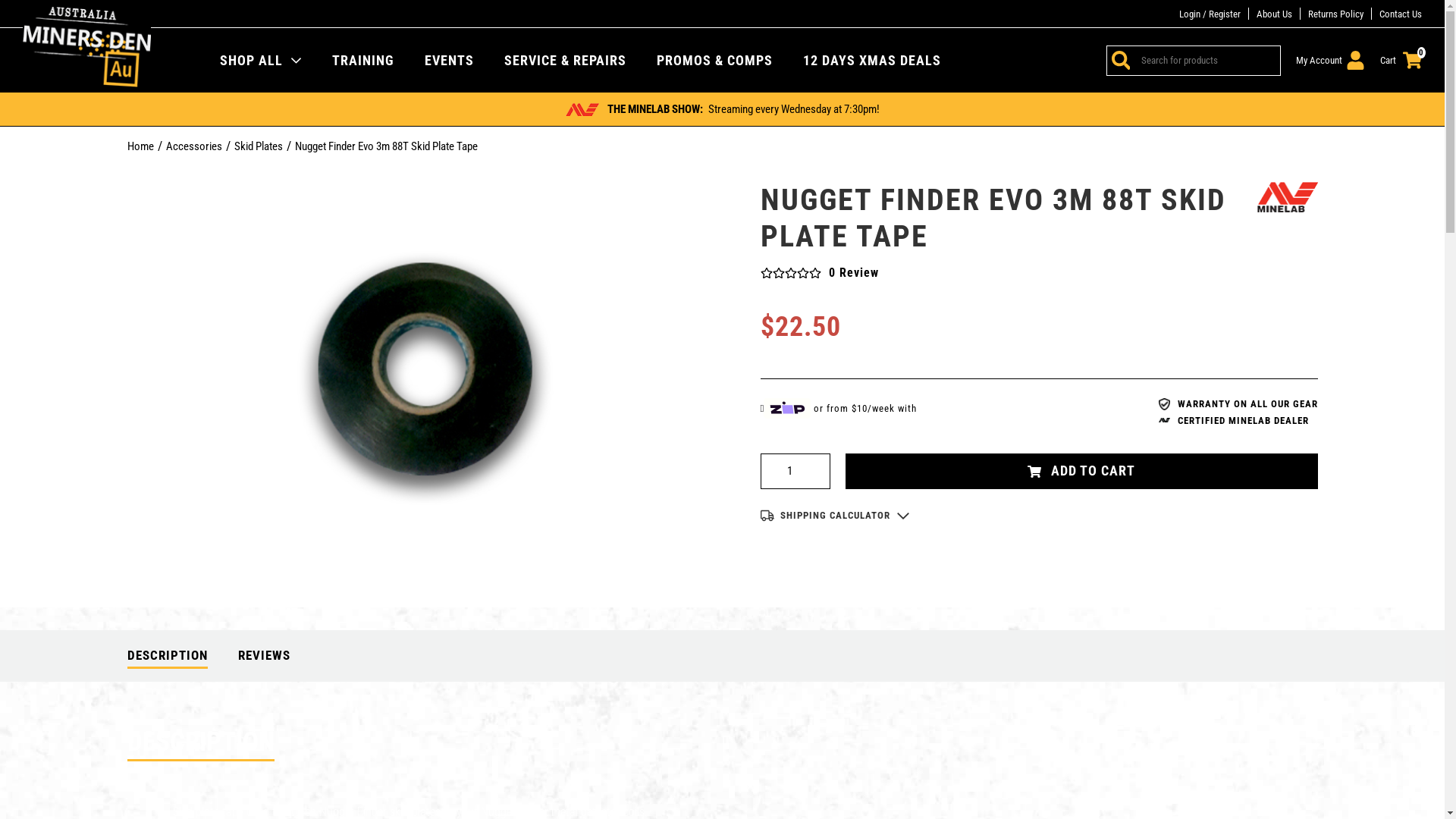 The height and width of the screenshot is (819, 1456). What do you see at coordinates (721, 108) in the screenshot?
I see `'THE MINELAB SHOW:` at bounding box center [721, 108].